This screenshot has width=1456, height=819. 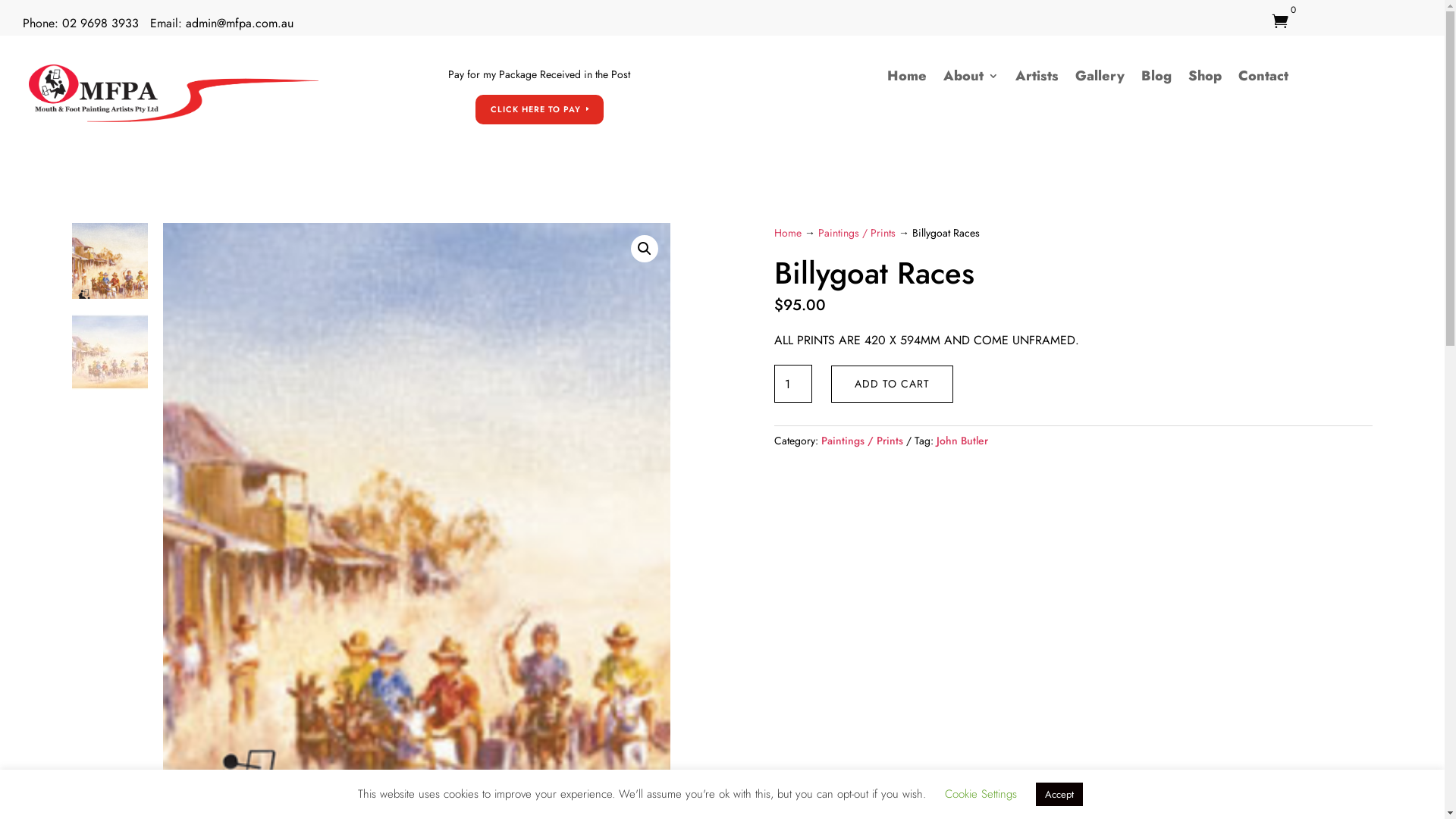 I want to click on 'Shop', so click(x=1203, y=79).